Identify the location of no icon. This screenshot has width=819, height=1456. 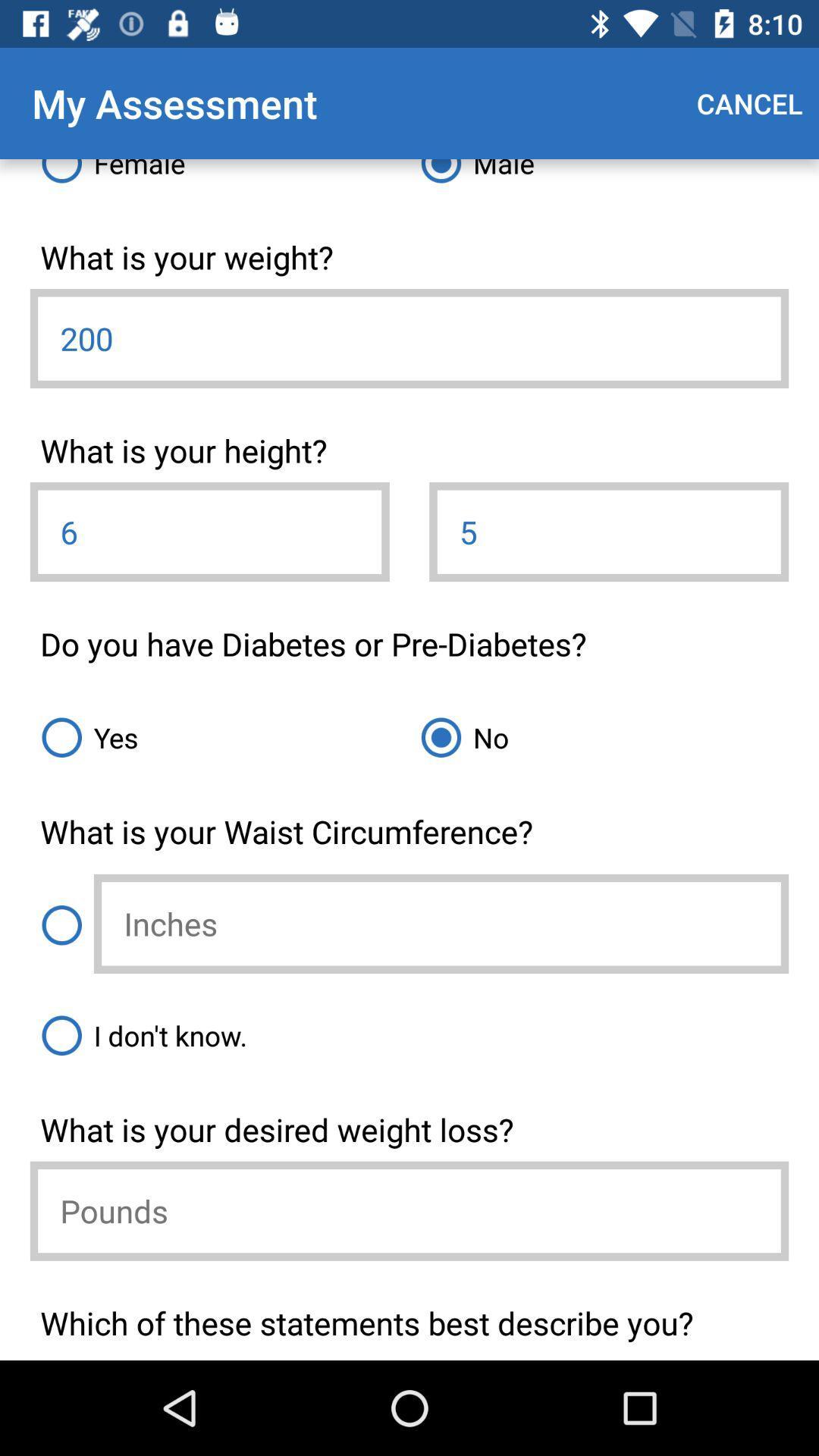
(598, 737).